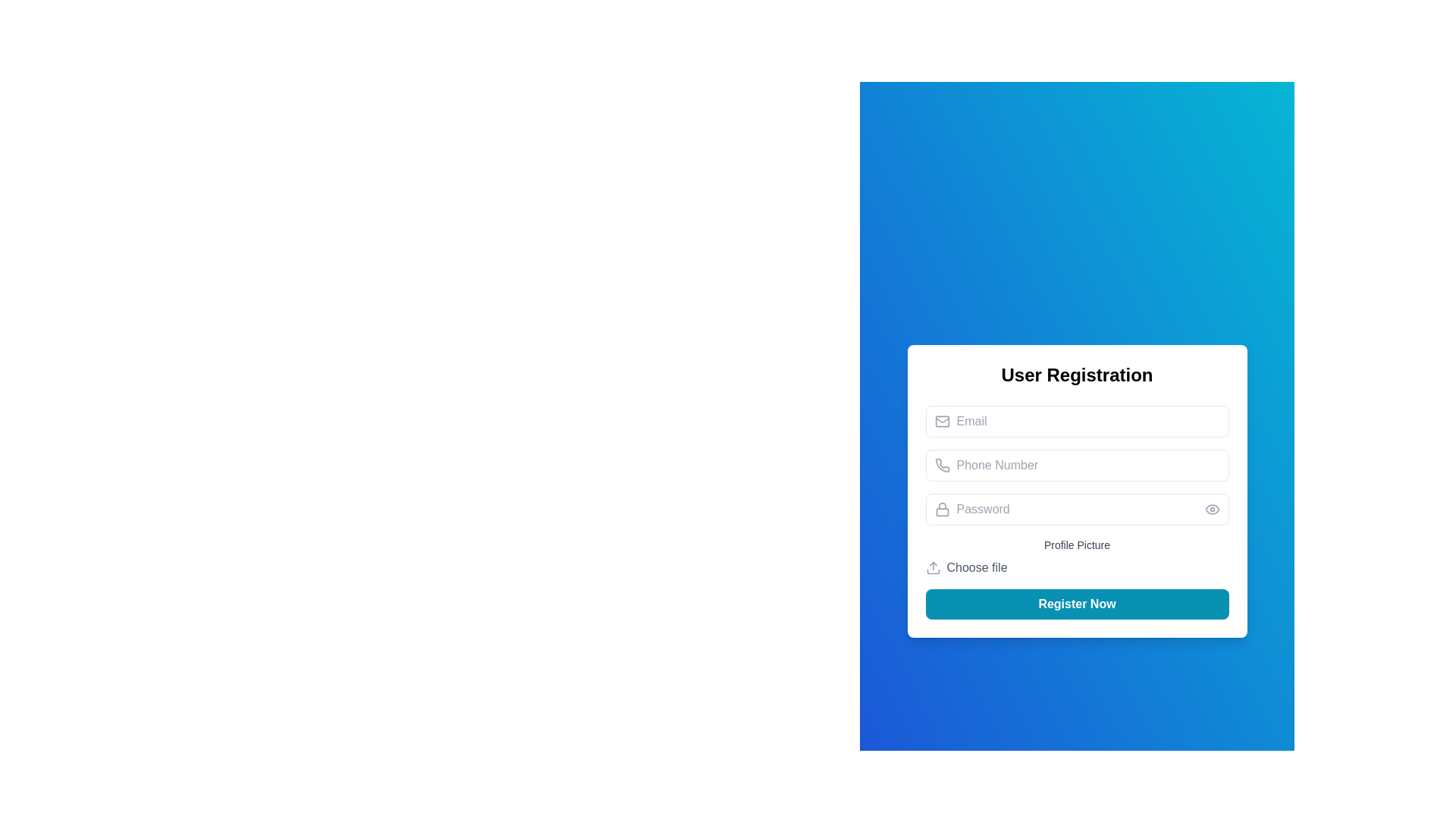  I want to click on the submission button located at the bottom of the 'User Registration' form, so click(1076, 604).